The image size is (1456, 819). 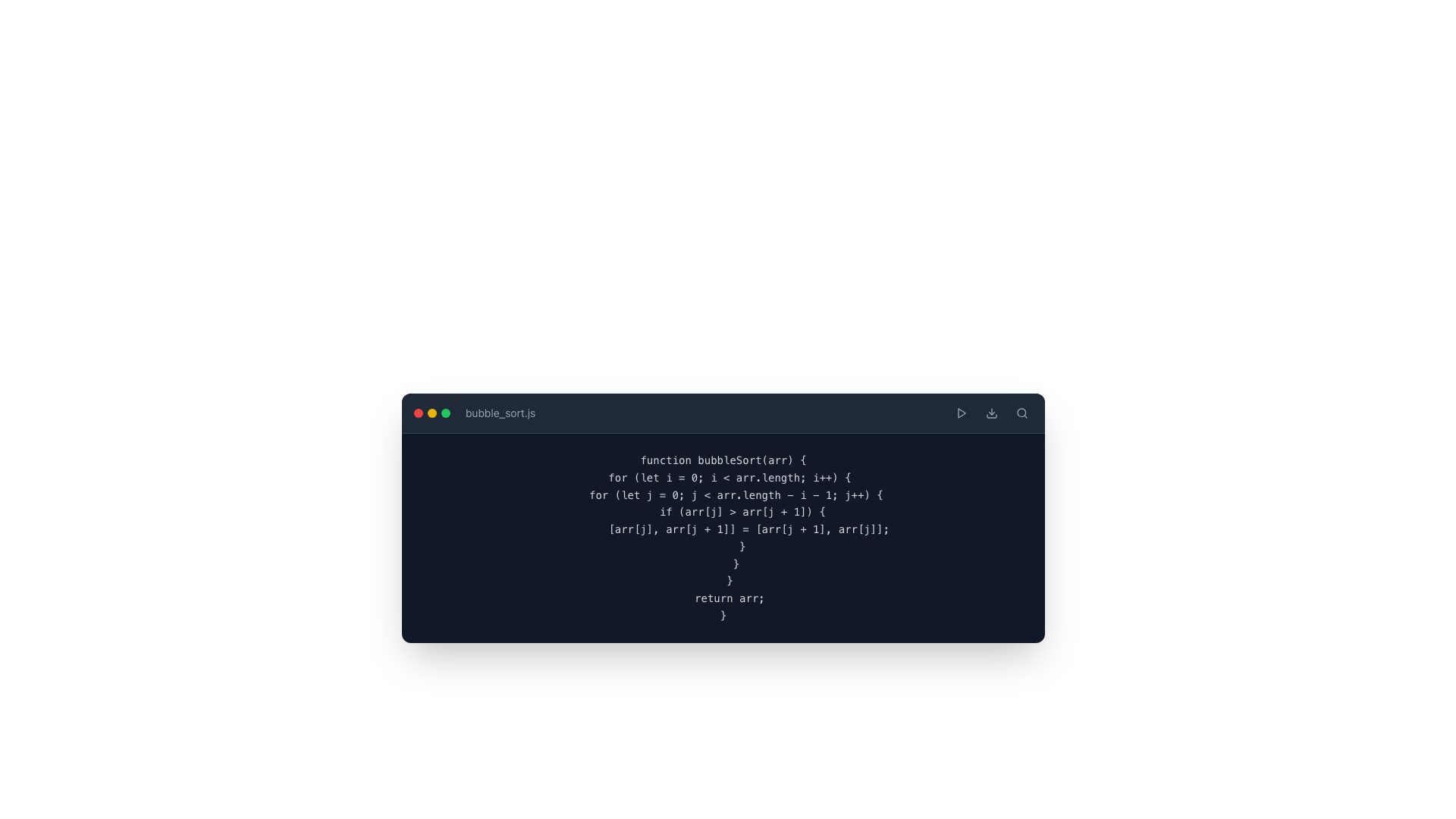 I want to click on the static text block displaying the JavaScript function implementation 'bubbleSort', located within a code editor window titled 'bubble_sort.js', so click(x=723, y=537).